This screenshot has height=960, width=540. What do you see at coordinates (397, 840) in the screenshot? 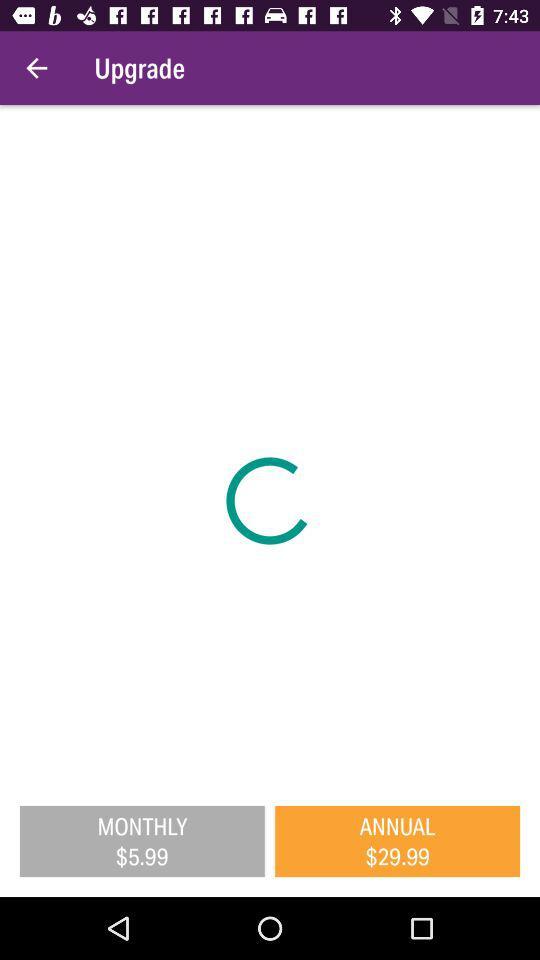
I see `item at the bottom right corner` at bounding box center [397, 840].